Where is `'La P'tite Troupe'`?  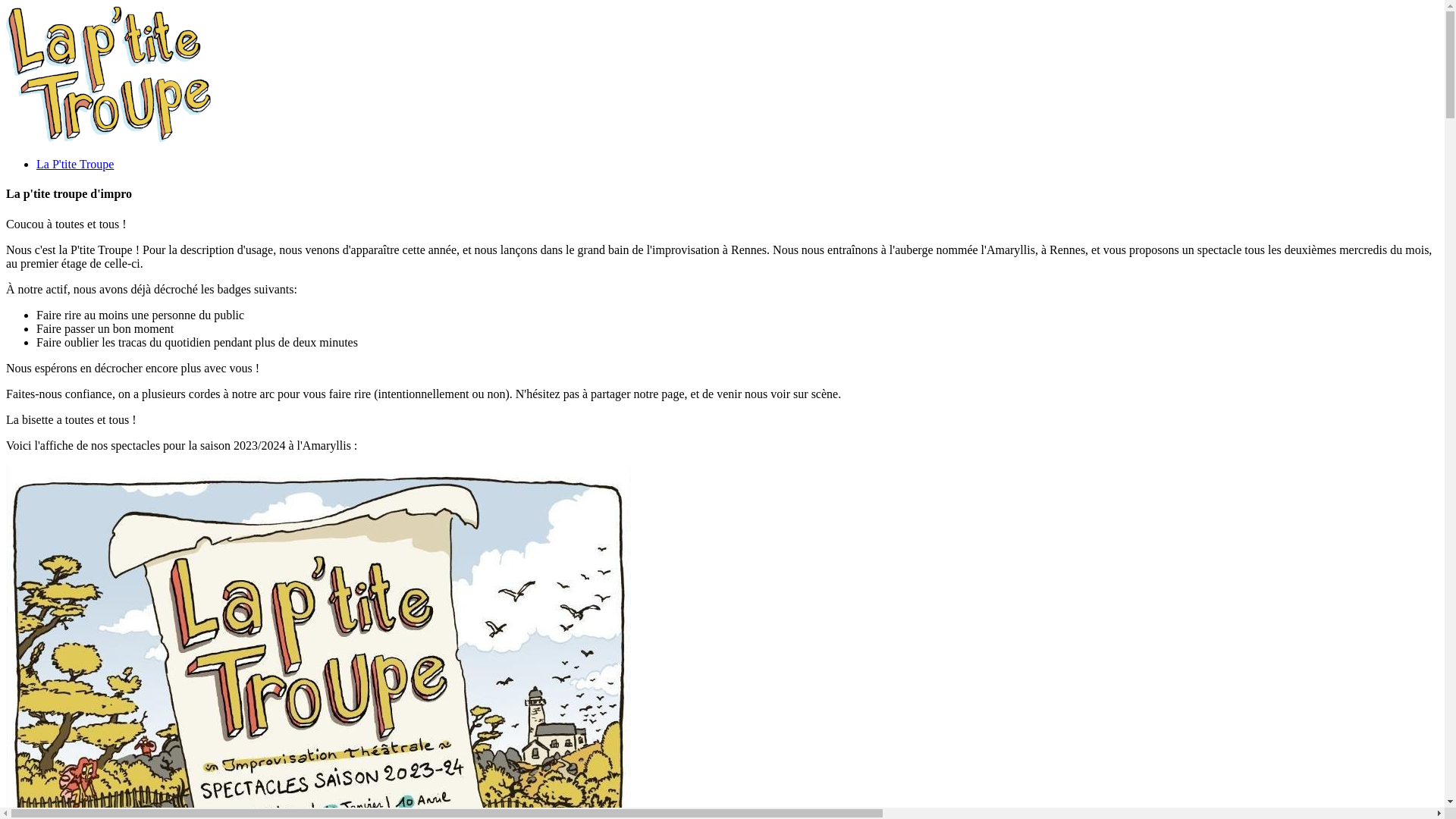 'La P'tite Troupe' is located at coordinates (74, 164).